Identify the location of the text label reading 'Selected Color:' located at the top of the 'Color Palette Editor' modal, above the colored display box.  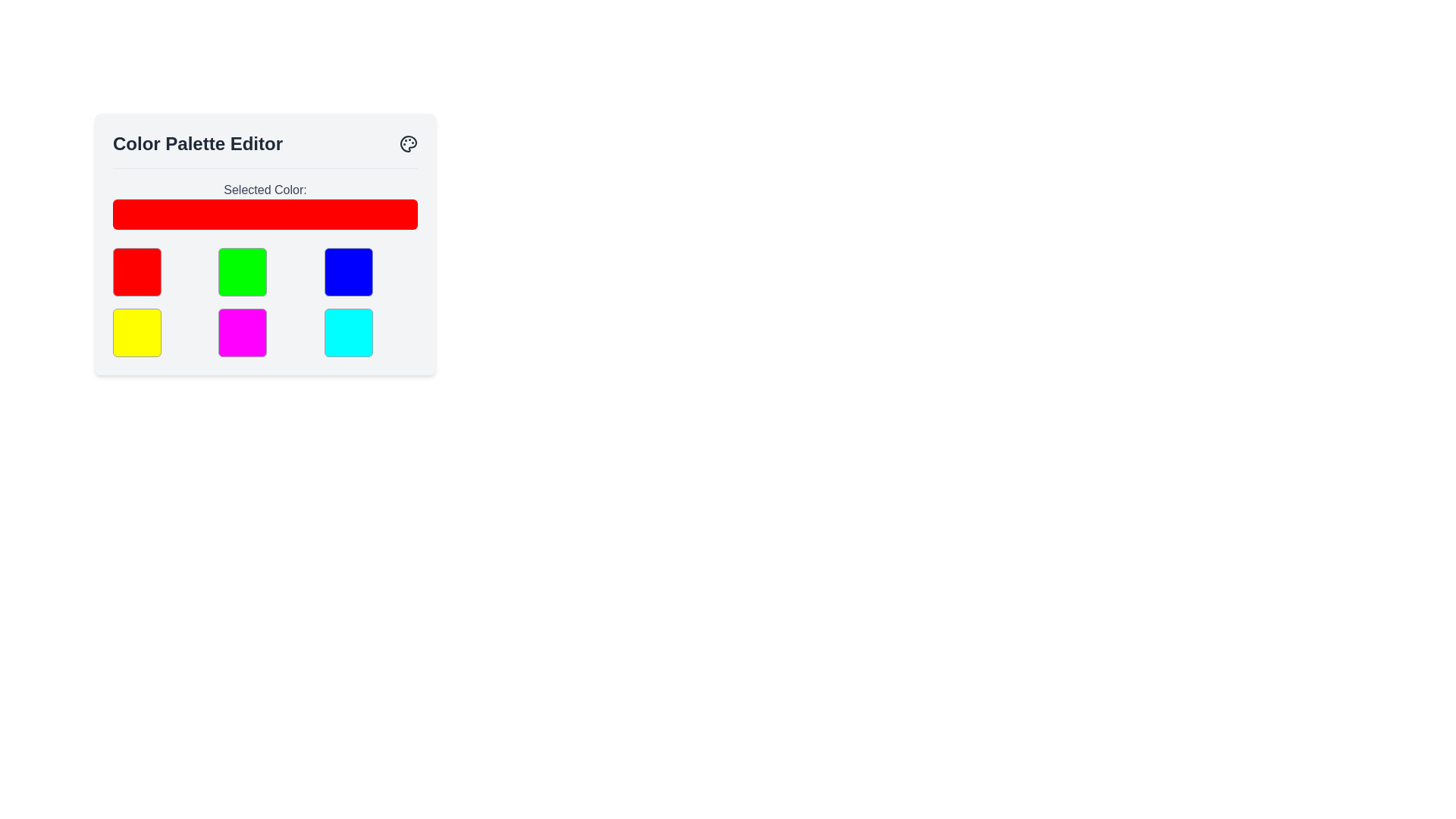
(265, 189).